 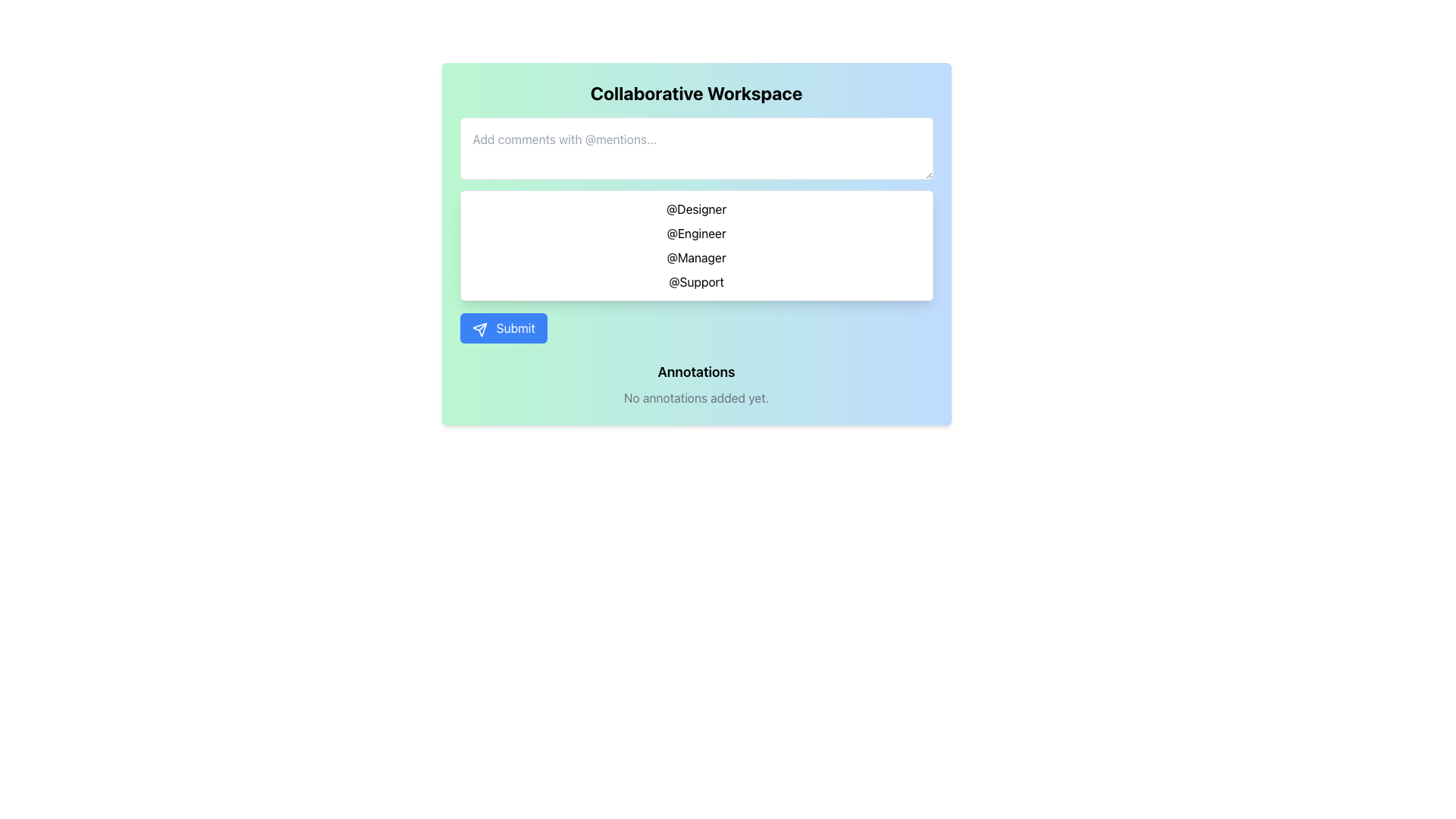 I want to click on the informational Text block at the bottom of the 'Collaborative Workspace' section, which indicates no annotations have been added yet, so click(x=695, y=383).